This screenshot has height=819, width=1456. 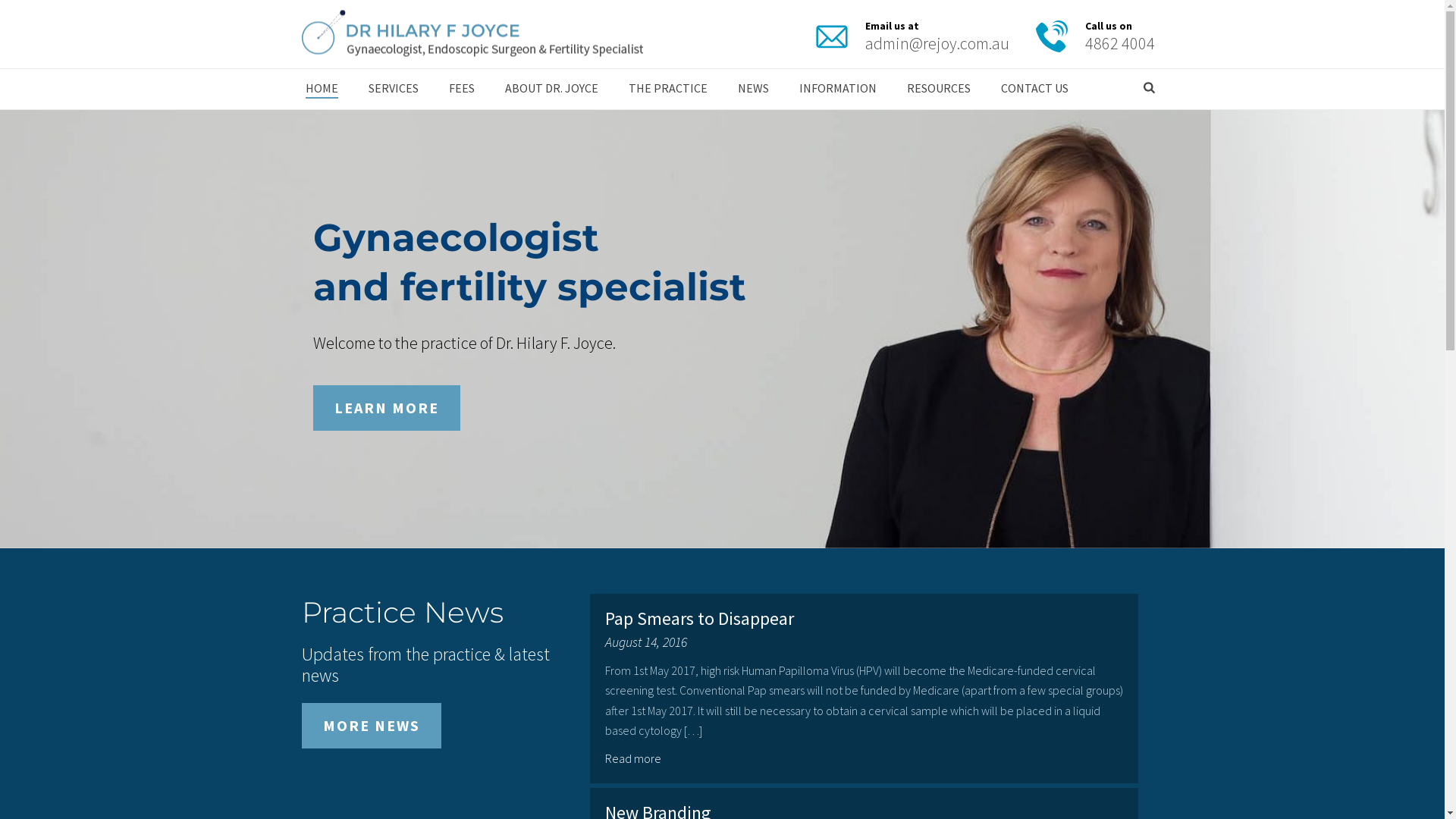 I want to click on 'SERVICES', so click(x=352, y=89).